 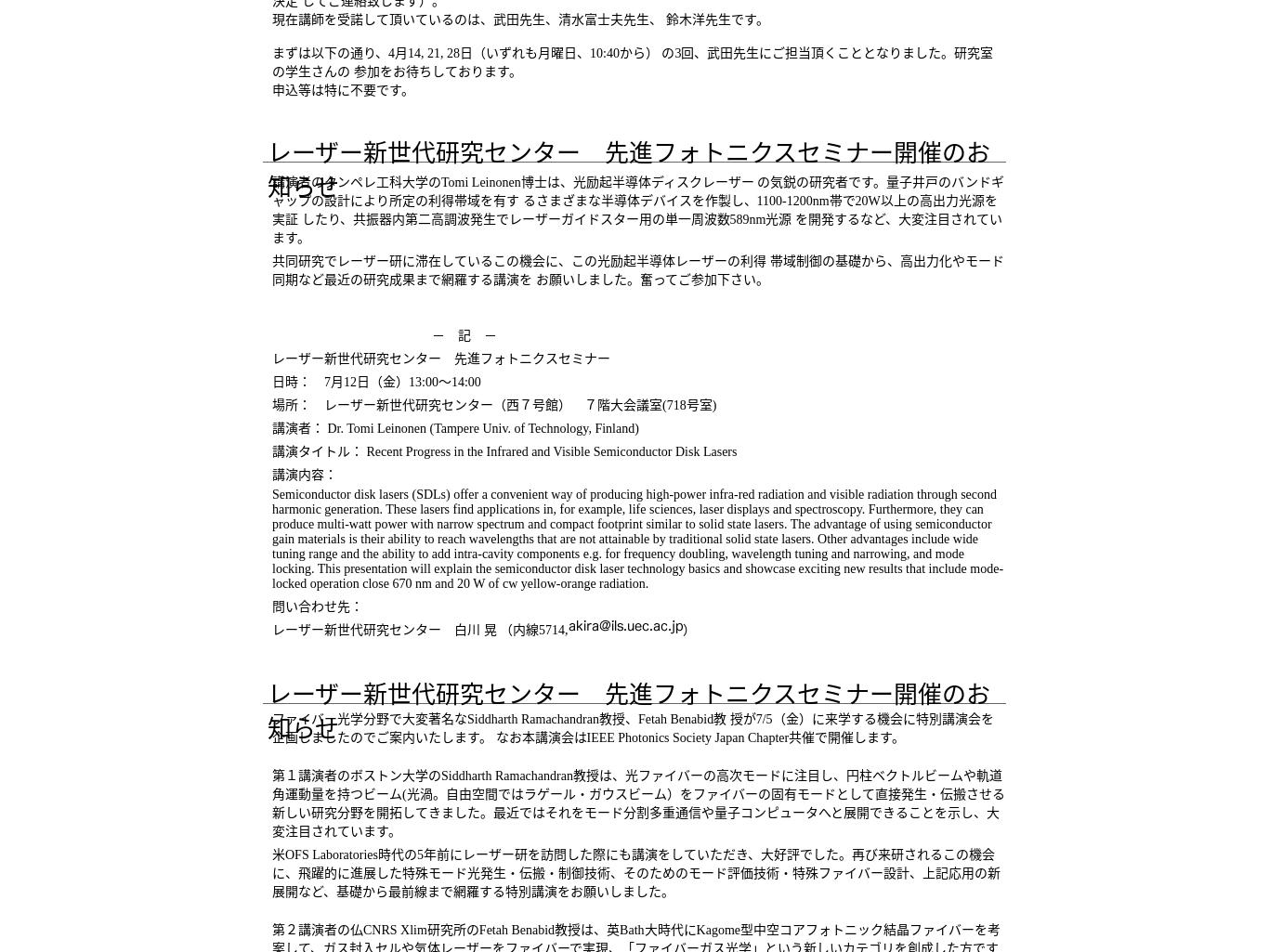 I want to click on '講演者：  Dr. Tomi Leinonen (Tampere Univ. of Technology, Finland)', so click(x=454, y=427).